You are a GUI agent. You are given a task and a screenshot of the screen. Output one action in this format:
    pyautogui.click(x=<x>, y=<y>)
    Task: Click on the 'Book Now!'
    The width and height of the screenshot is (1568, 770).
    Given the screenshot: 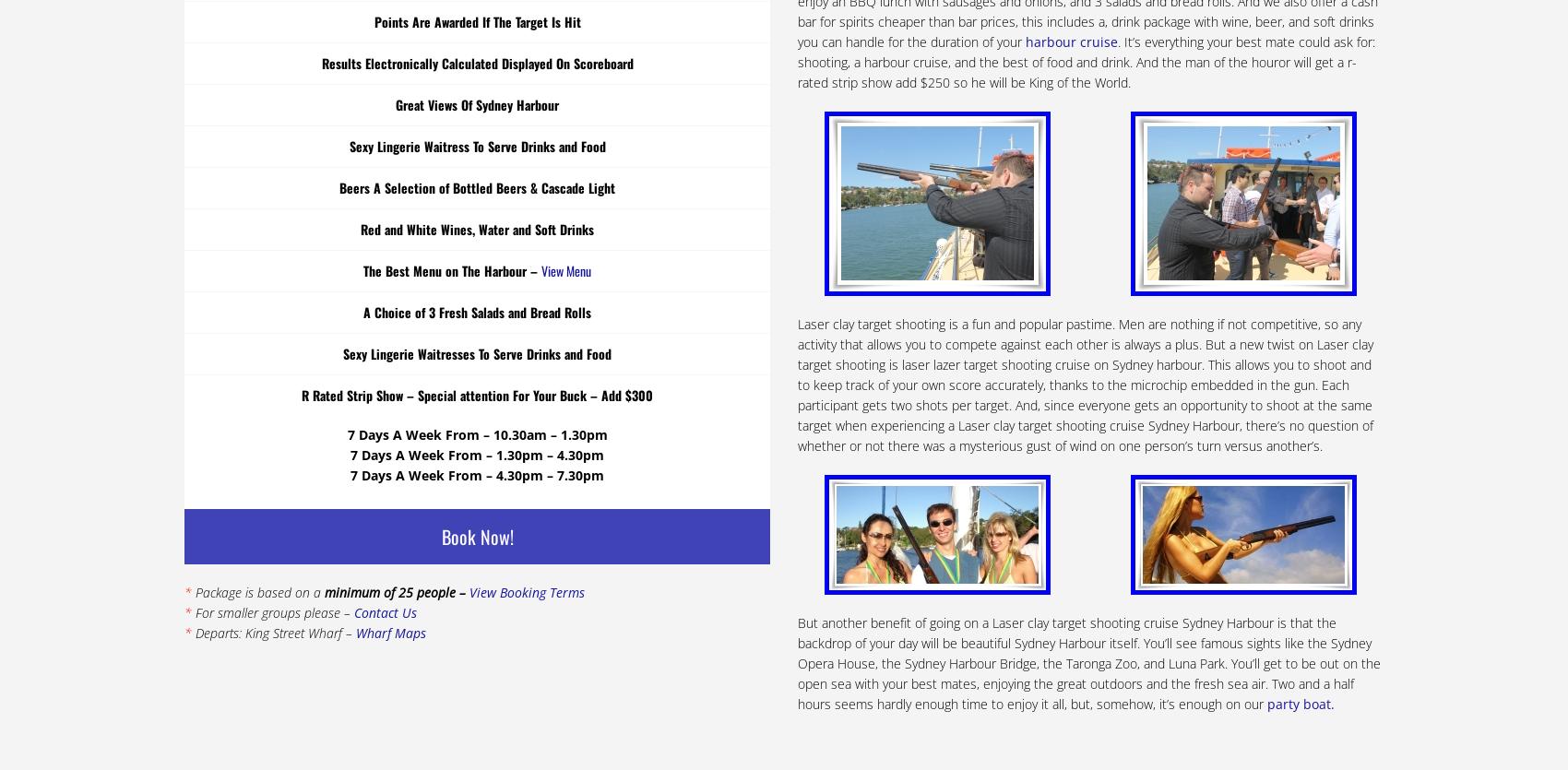 What is the action you would take?
    pyautogui.click(x=441, y=535)
    